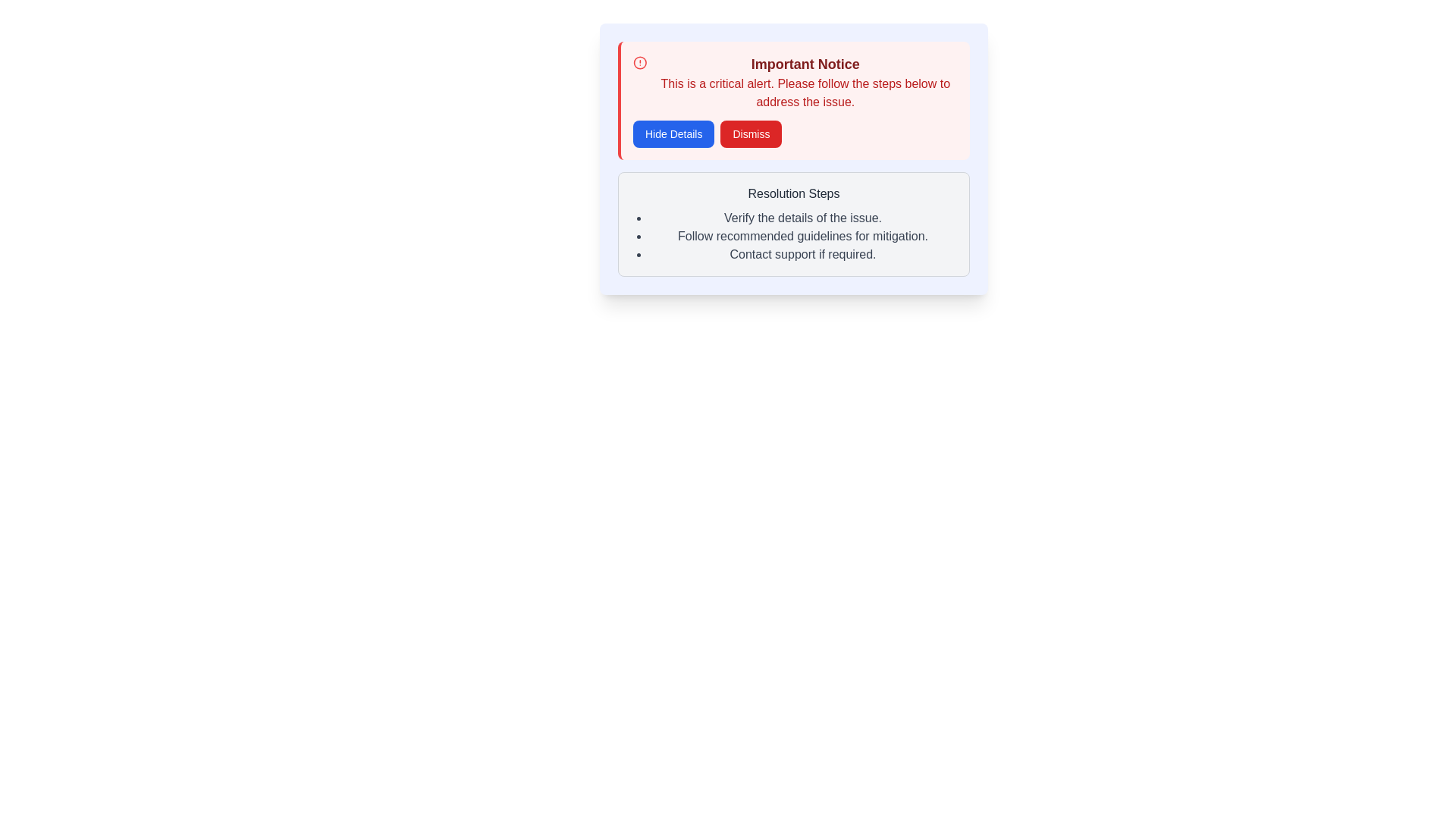  Describe the element at coordinates (751, 133) in the screenshot. I see `the second button to the right in the horizontal layout below the message header's notification area` at that location.